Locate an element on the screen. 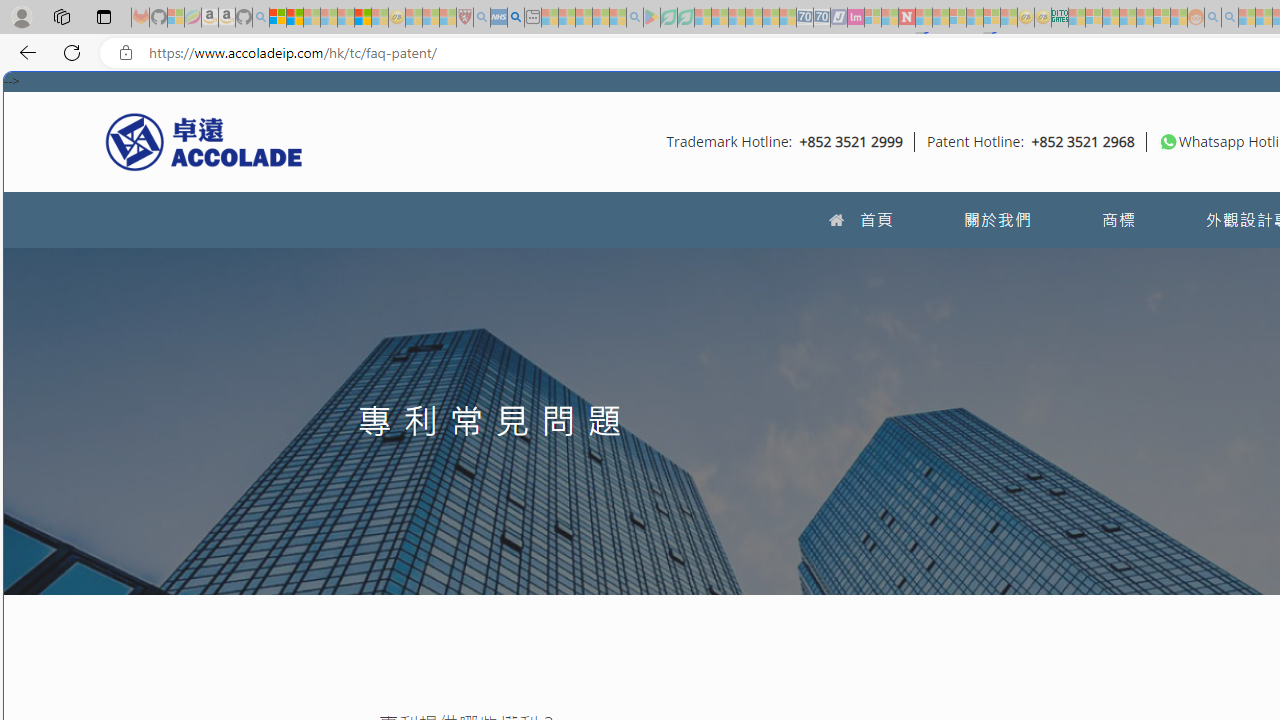 The height and width of the screenshot is (720, 1280). 'Utah sues federal government - Search - Sleeping' is located at coordinates (1229, 17).